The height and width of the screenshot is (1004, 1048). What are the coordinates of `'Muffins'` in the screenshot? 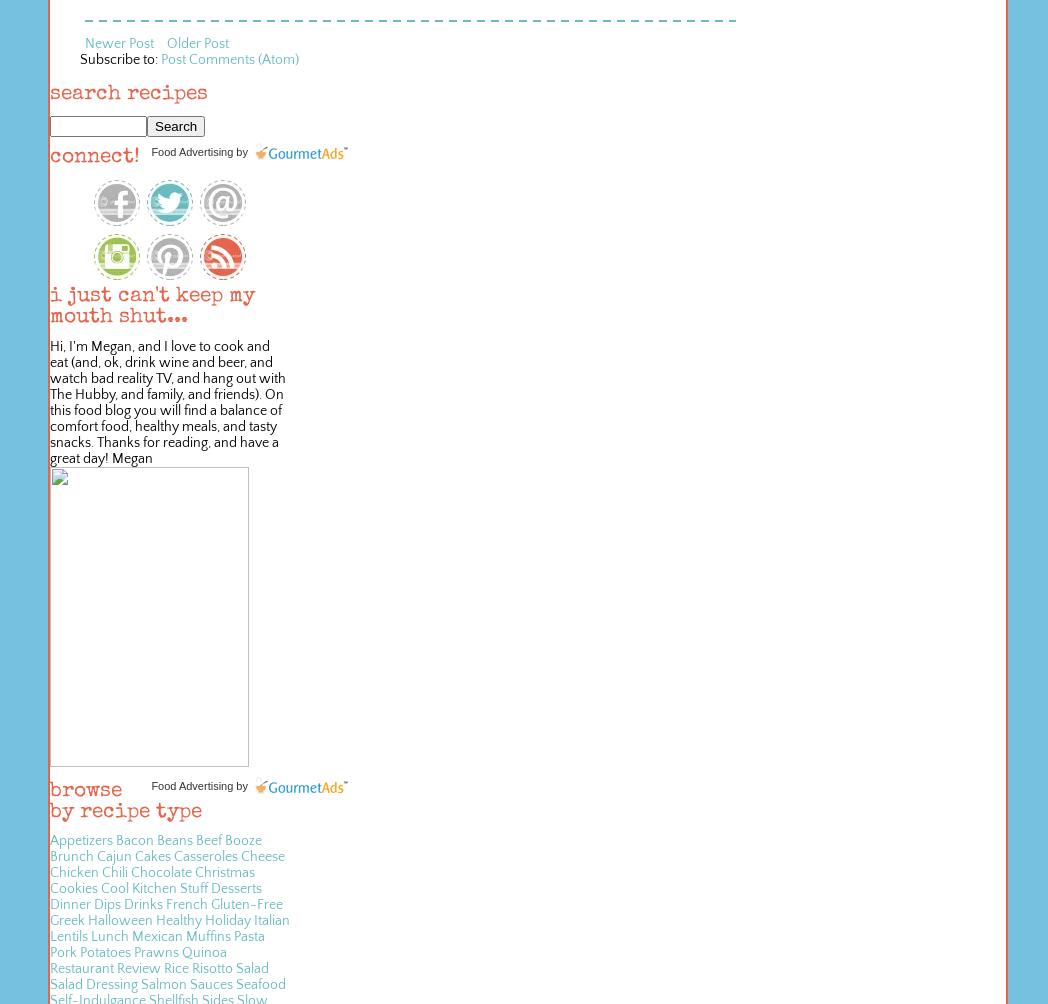 It's located at (185, 936).